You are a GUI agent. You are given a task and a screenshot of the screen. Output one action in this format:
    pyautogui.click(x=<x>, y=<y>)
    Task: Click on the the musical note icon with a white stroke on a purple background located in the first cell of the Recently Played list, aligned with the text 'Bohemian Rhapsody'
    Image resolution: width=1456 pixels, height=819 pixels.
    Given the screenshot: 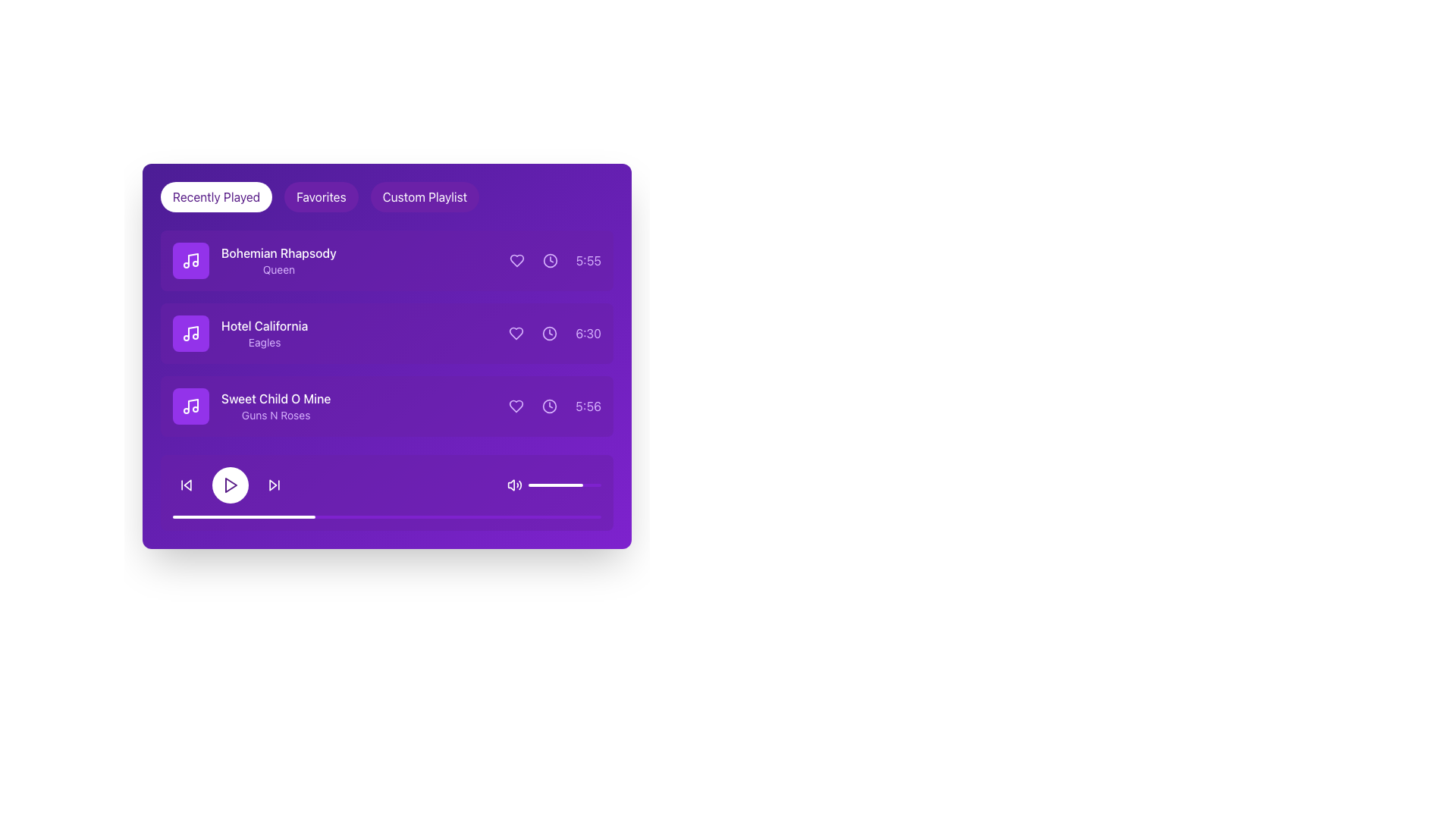 What is the action you would take?
    pyautogui.click(x=190, y=259)
    